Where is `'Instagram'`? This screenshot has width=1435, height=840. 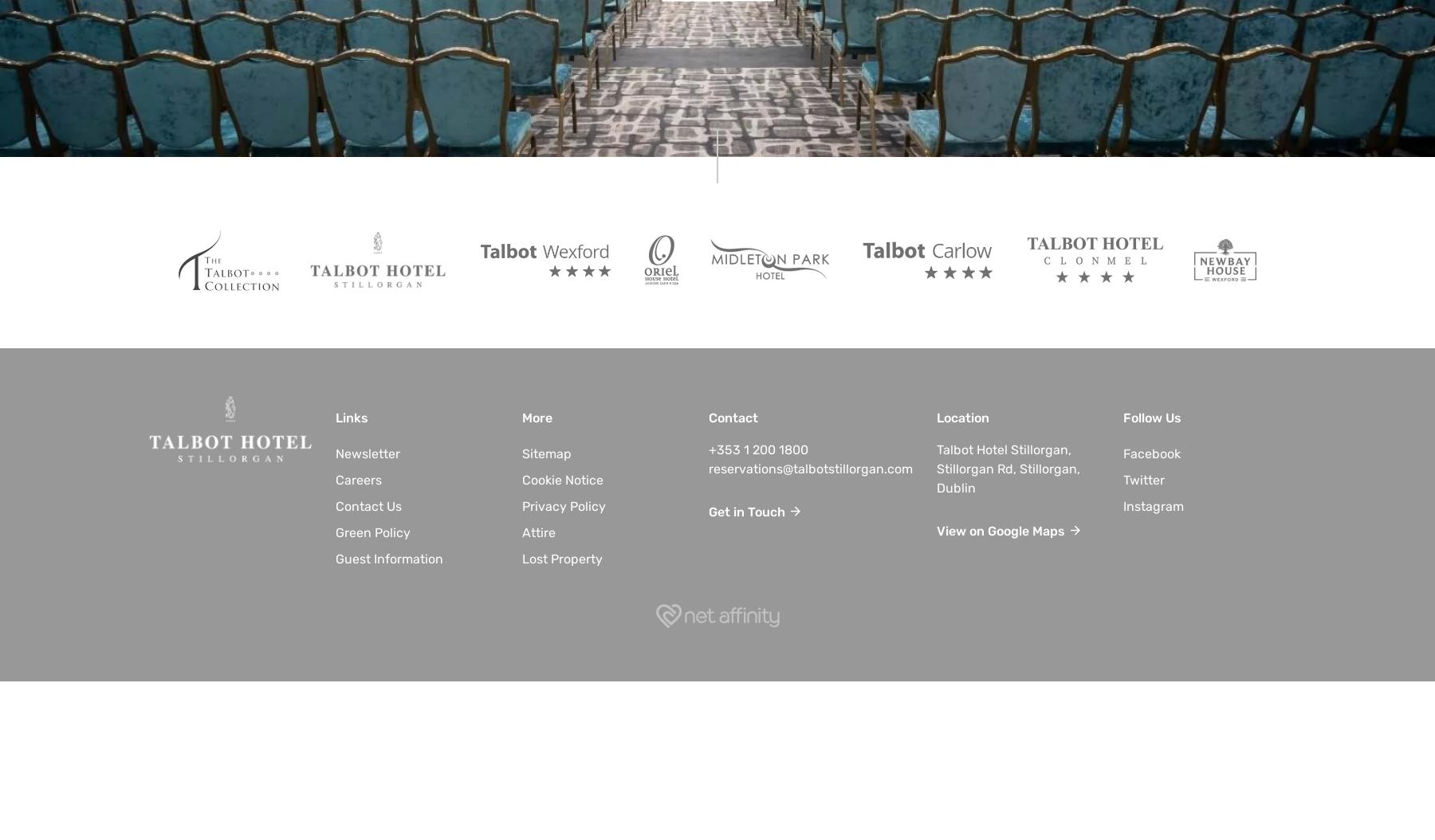
'Instagram' is located at coordinates (1153, 506).